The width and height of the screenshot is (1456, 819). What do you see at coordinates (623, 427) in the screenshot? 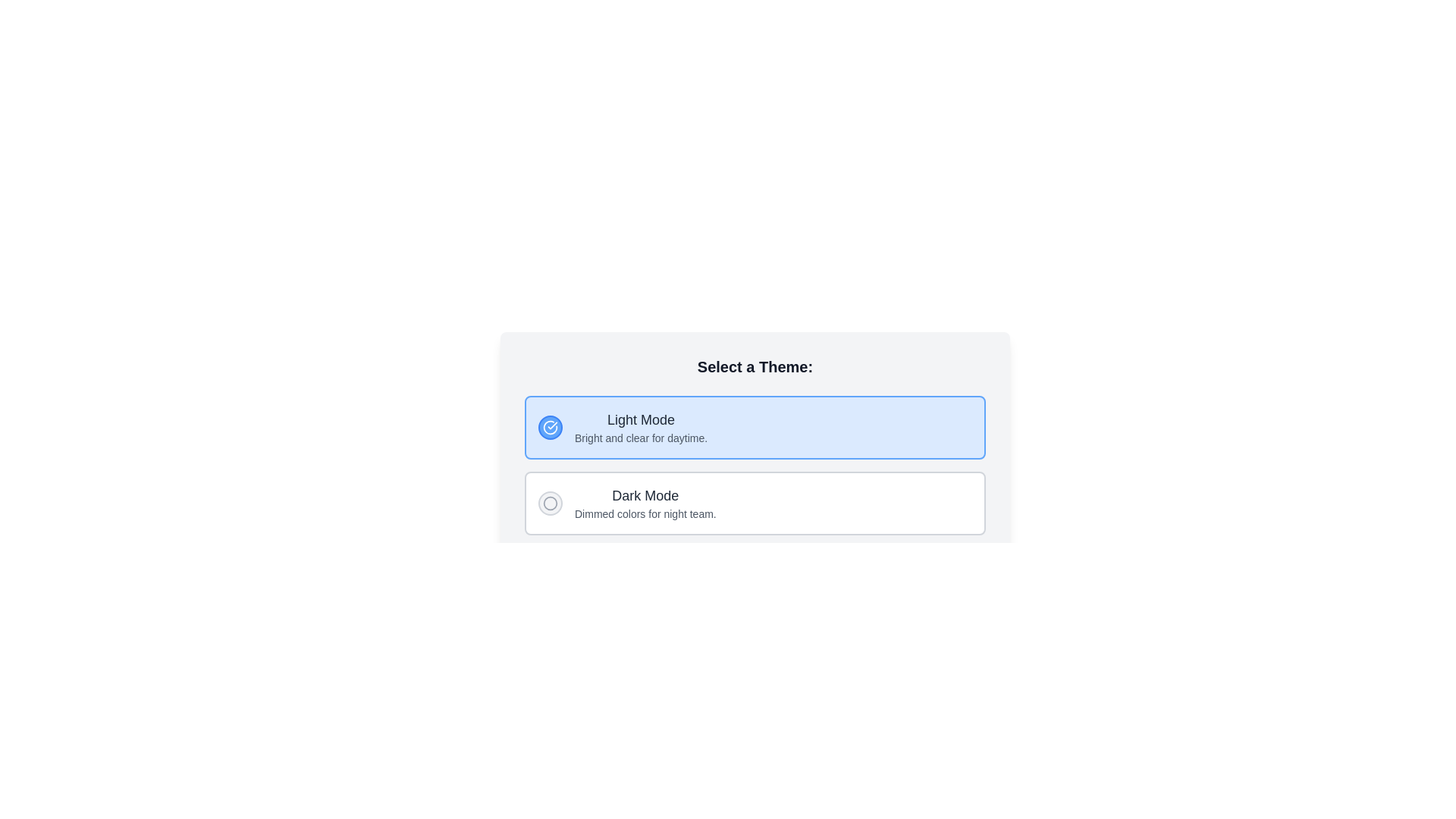
I see `the selectable option for the light theme` at bounding box center [623, 427].